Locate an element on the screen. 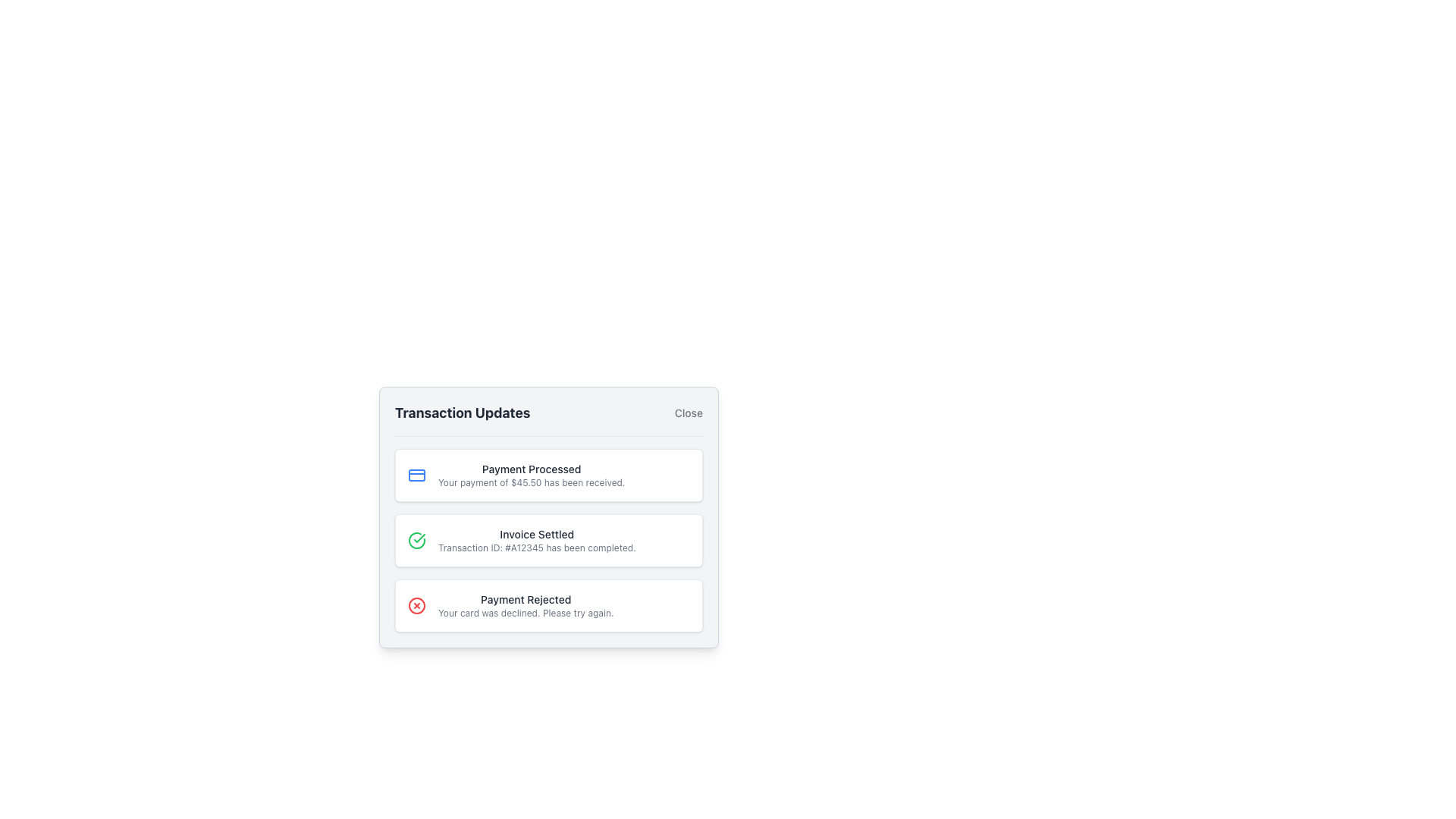 Image resolution: width=1456 pixels, height=819 pixels. the visual indicator icon for a failed payment, located to the left of the text 'Payment Rejected' in the third card of the modal interface is located at coordinates (417, 604).